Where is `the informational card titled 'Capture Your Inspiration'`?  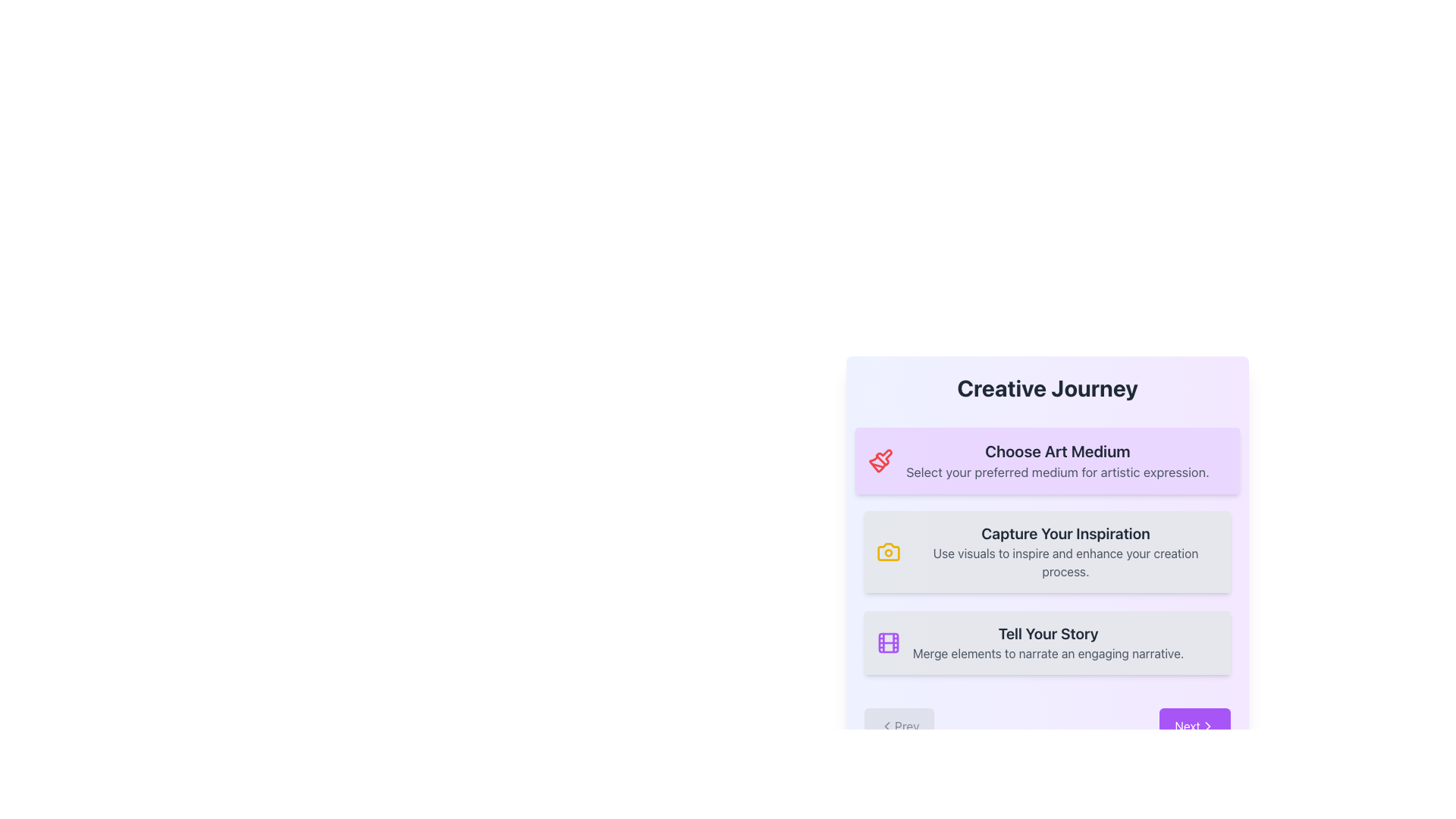 the informational card titled 'Capture Your Inspiration' is located at coordinates (1046, 559).